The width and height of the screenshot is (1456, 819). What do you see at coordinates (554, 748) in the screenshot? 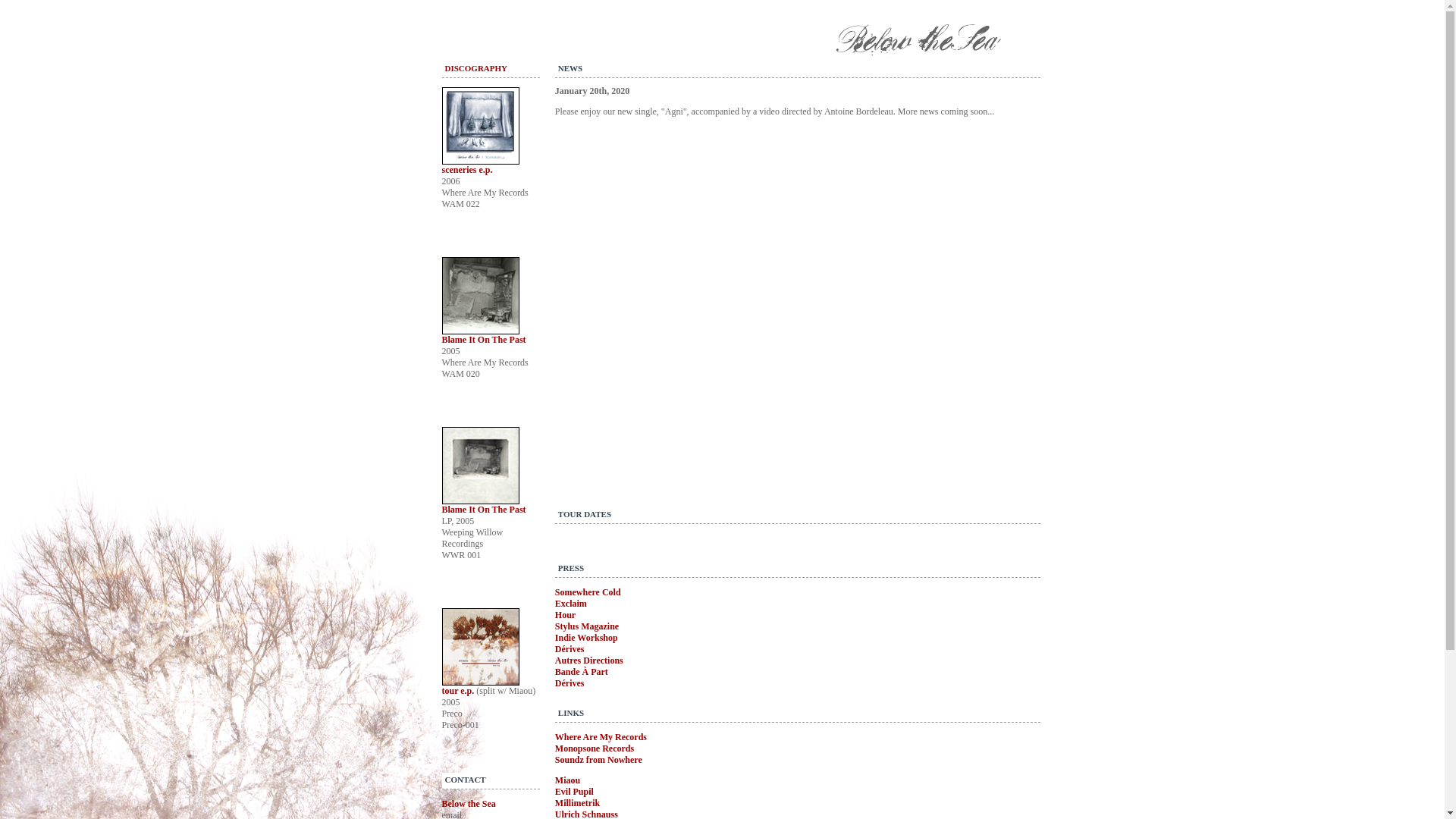
I see `'Monopsone Records'` at bounding box center [554, 748].